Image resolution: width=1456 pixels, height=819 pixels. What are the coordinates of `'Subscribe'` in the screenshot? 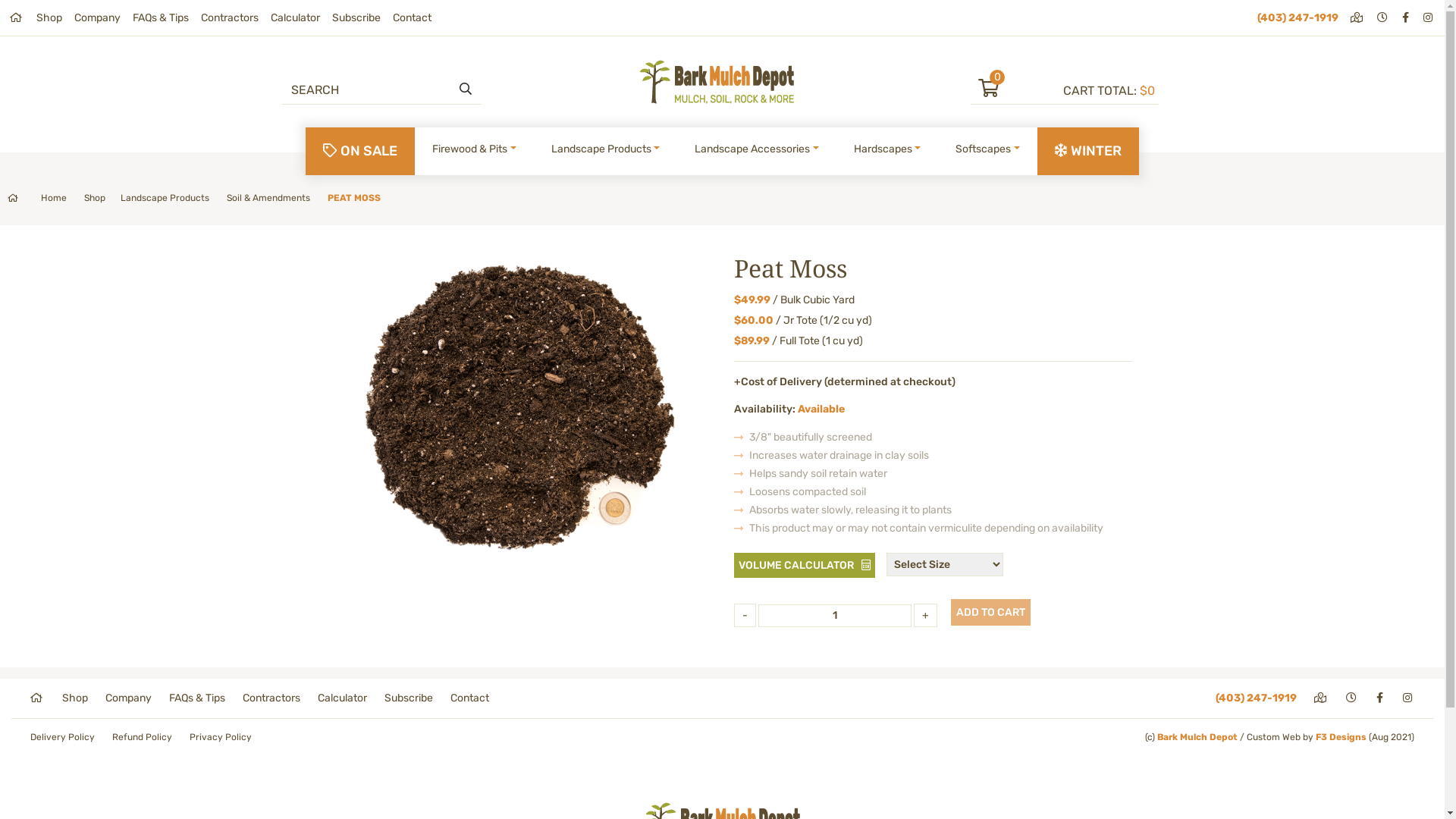 It's located at (408, 698).